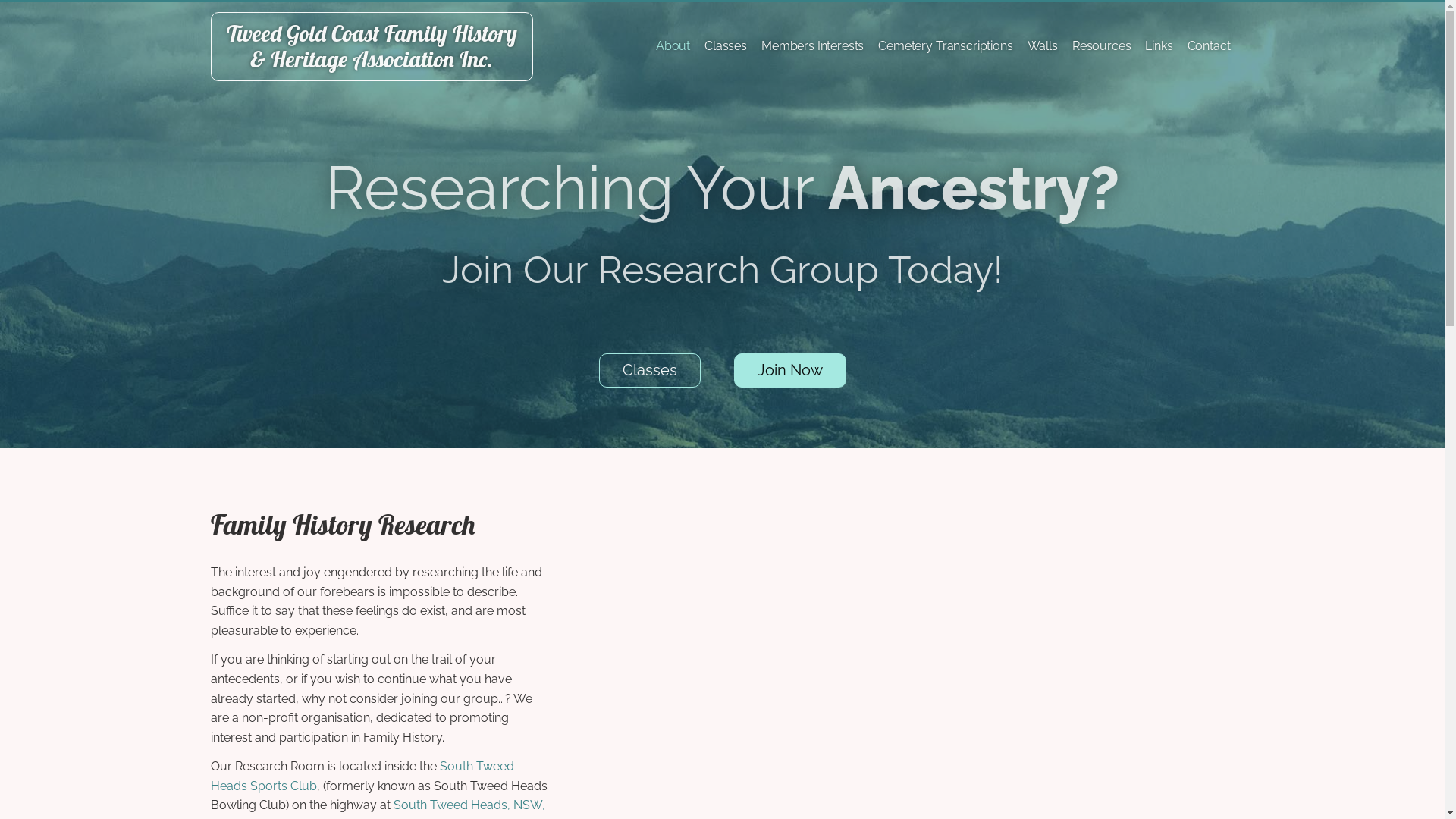 The image size is (1456, 819). Describe the element at coordinates (1157, 45) in the screenshot. I see `'Links'` at that location.